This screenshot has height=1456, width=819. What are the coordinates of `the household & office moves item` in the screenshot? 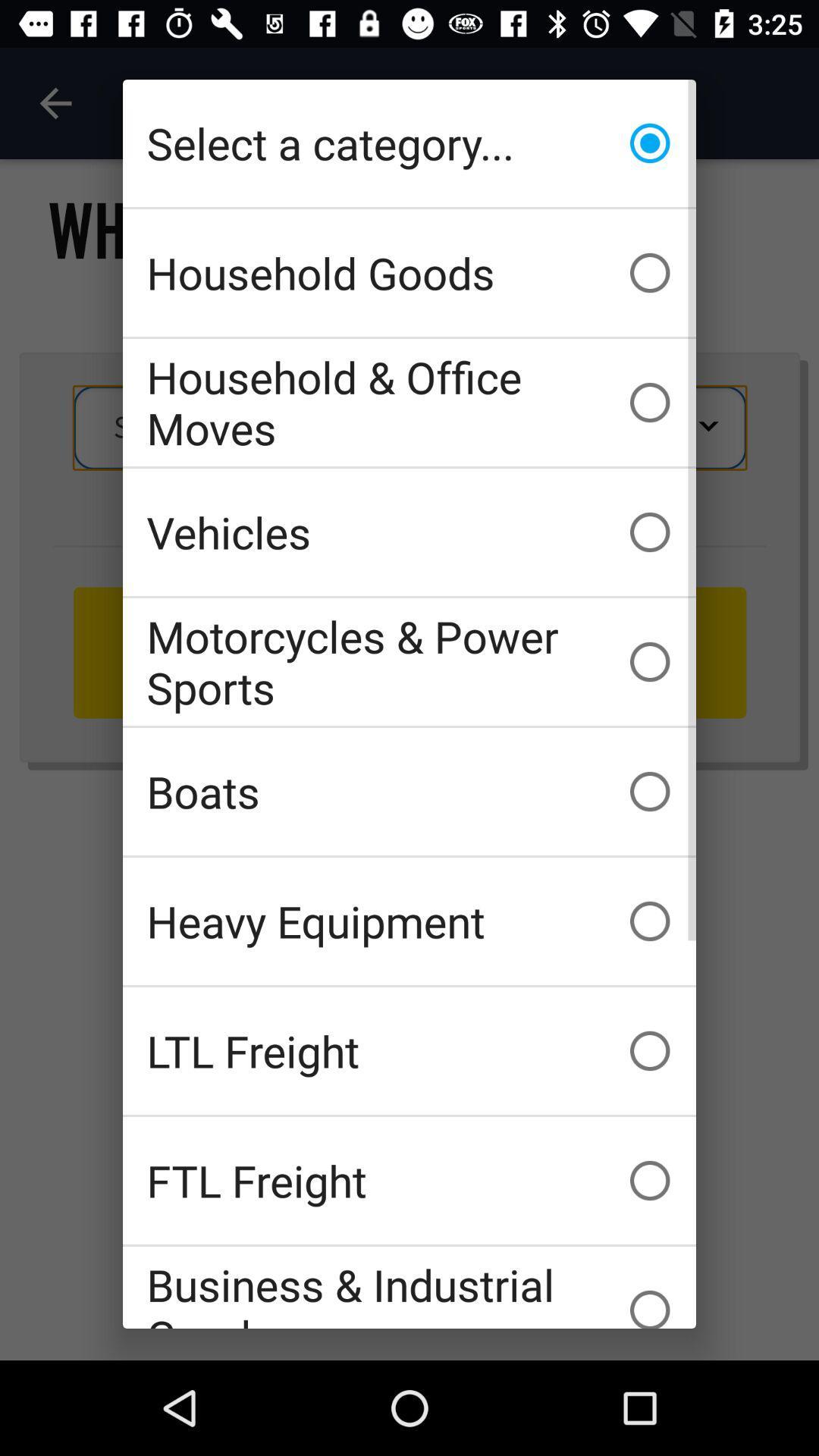 It's located at (409, 403).